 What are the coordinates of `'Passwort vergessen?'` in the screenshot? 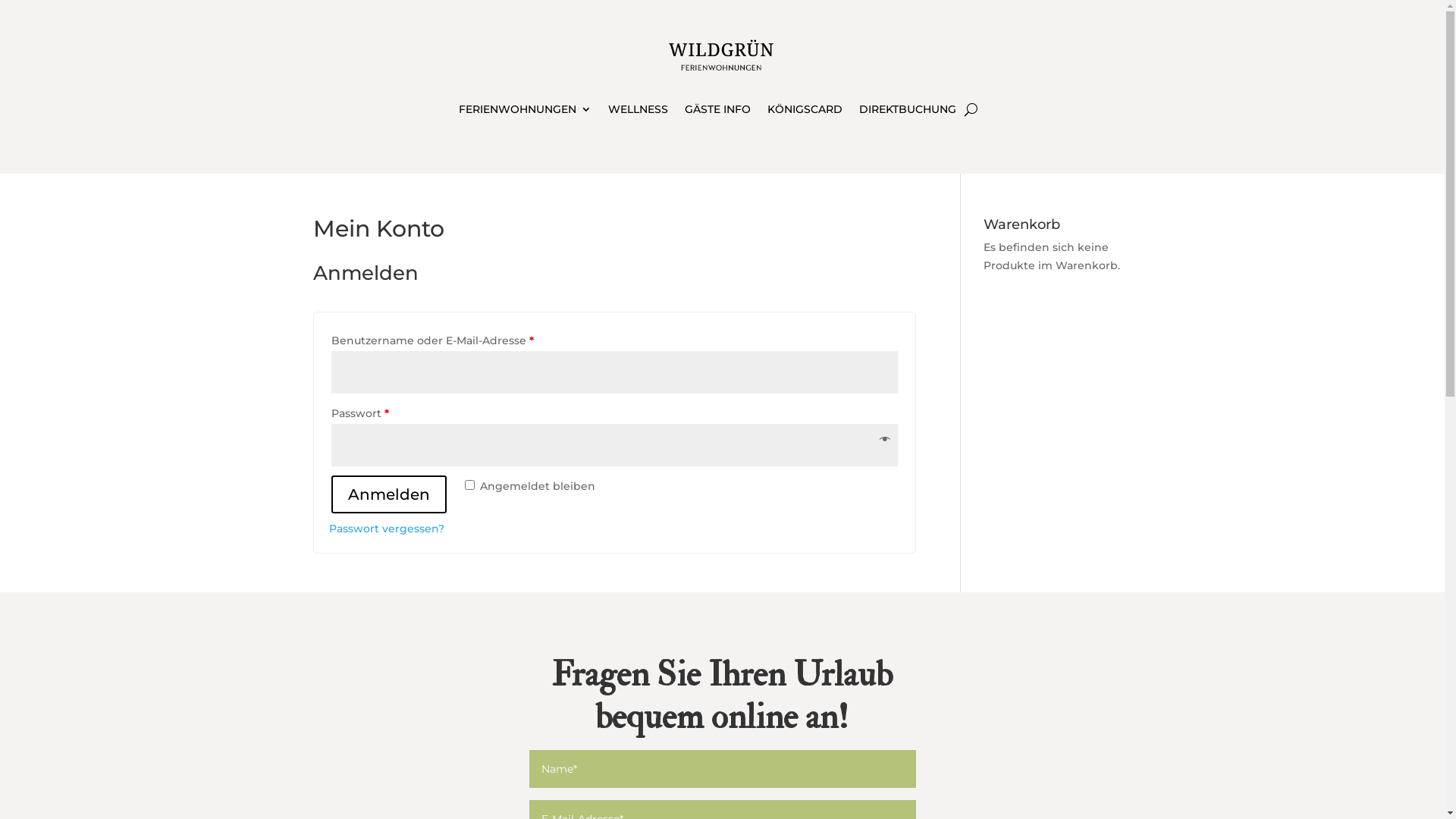 It's located at (386, 528).